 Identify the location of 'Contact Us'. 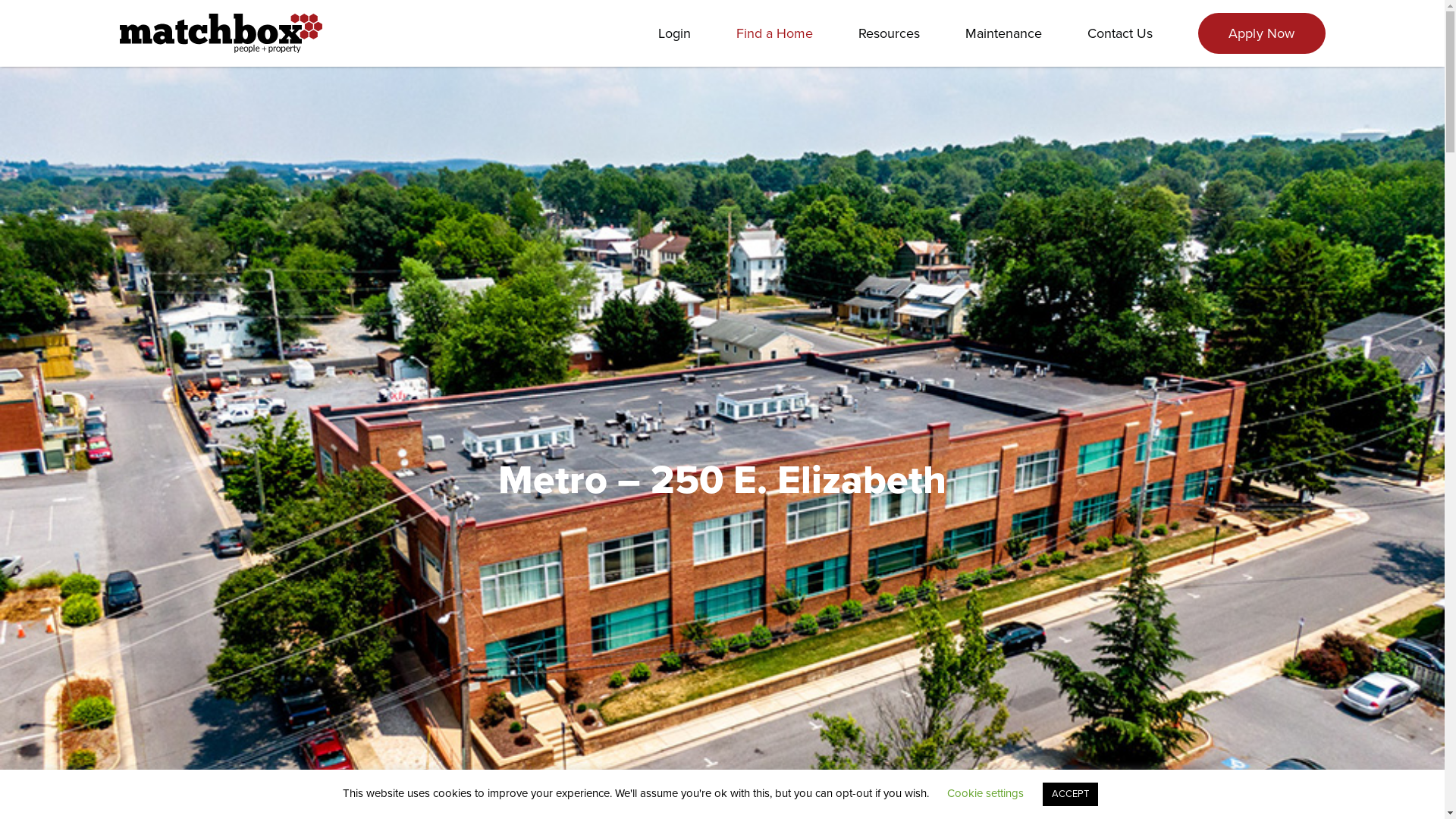
(1120, 33).